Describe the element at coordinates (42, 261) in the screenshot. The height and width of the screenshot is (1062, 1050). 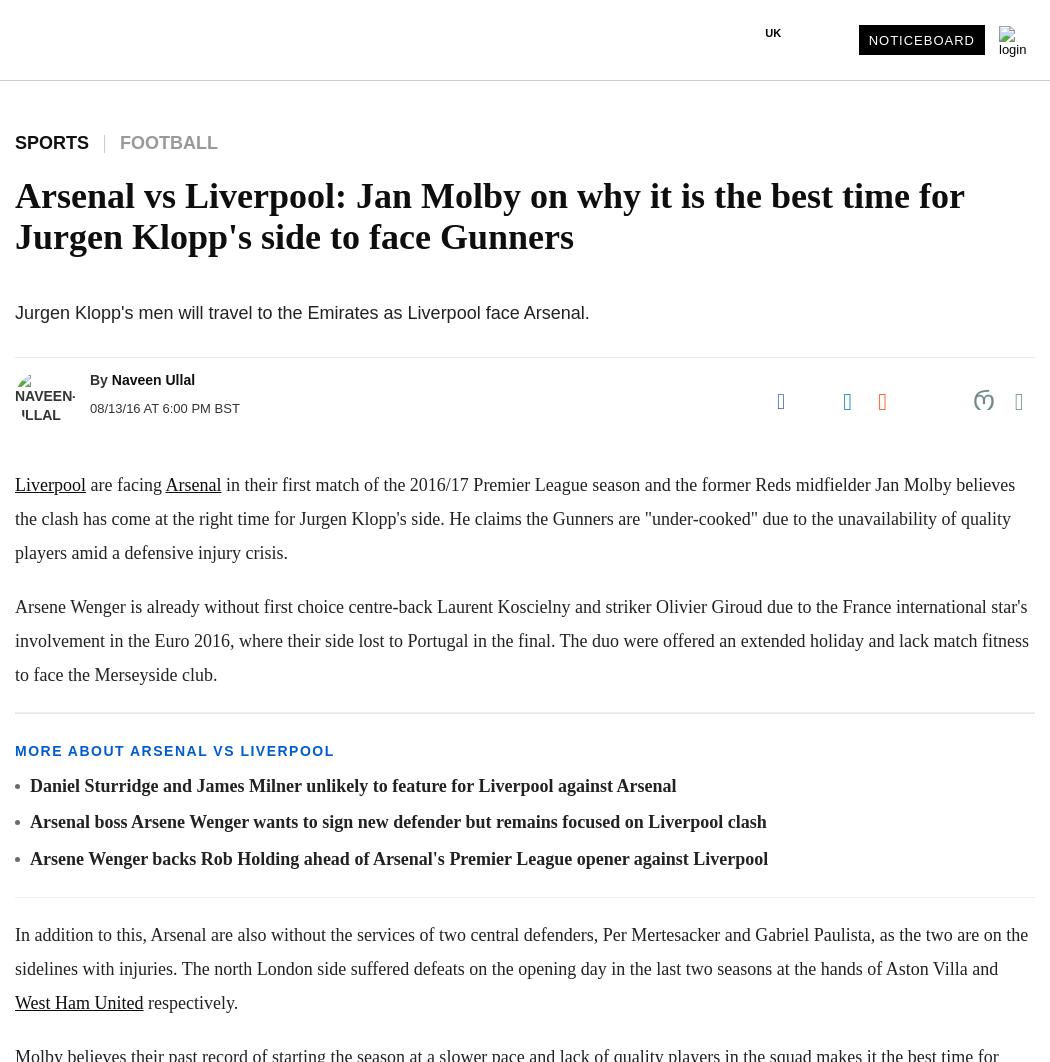
I see `'Business'` at that location.